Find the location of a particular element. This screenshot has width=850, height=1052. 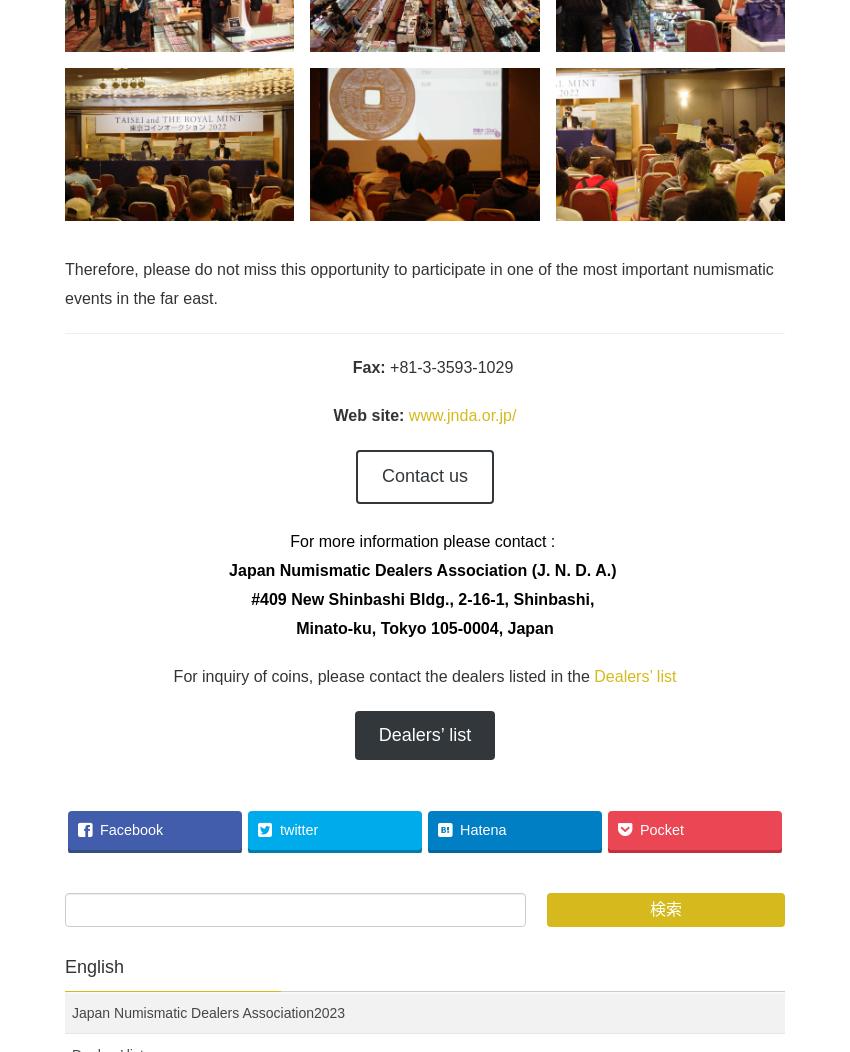

'For more information please contact :' is located at coordinates (424, 541).